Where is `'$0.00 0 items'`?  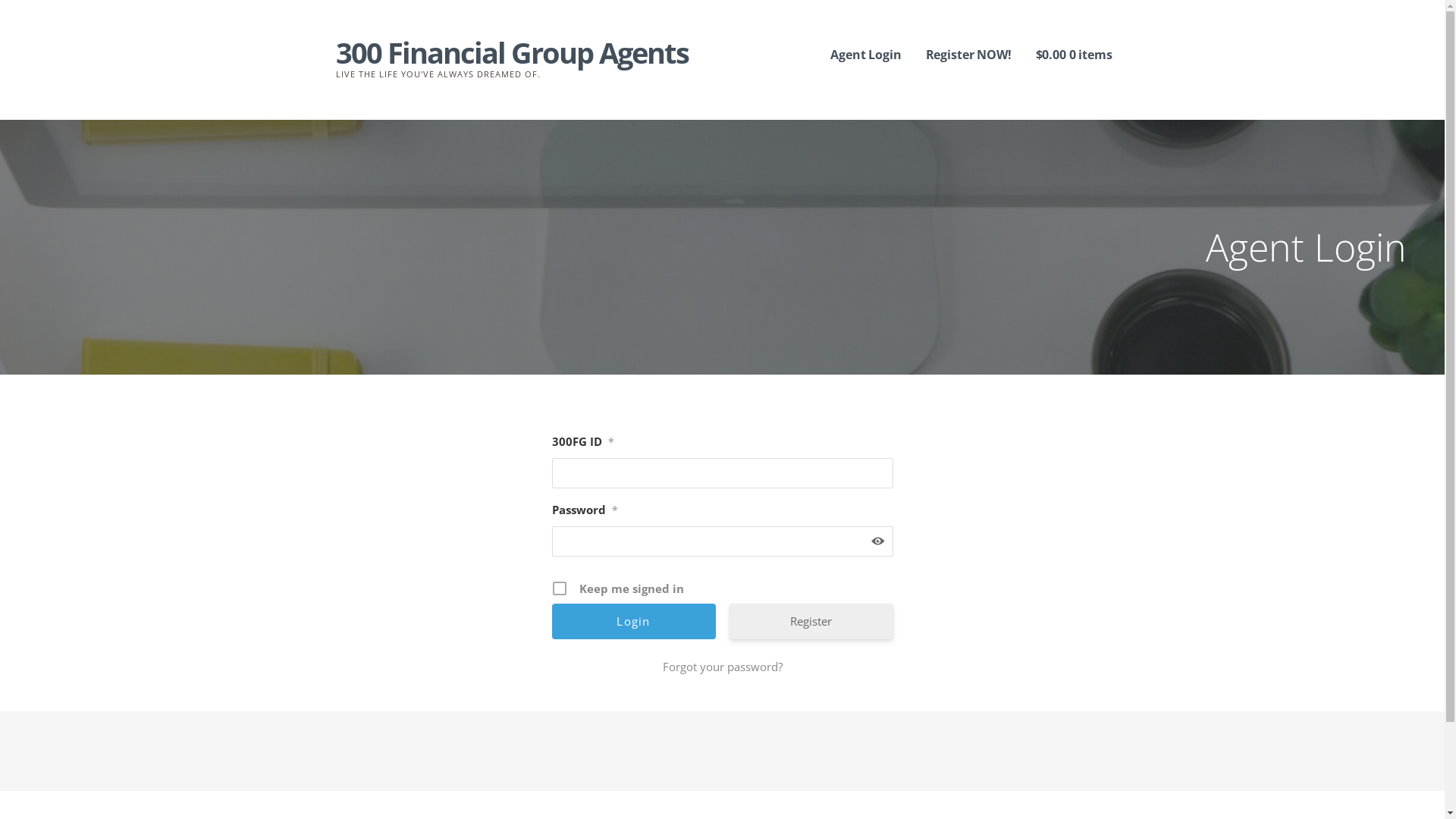 '$0.00 0 items' is located at coordinates (1073, 55).